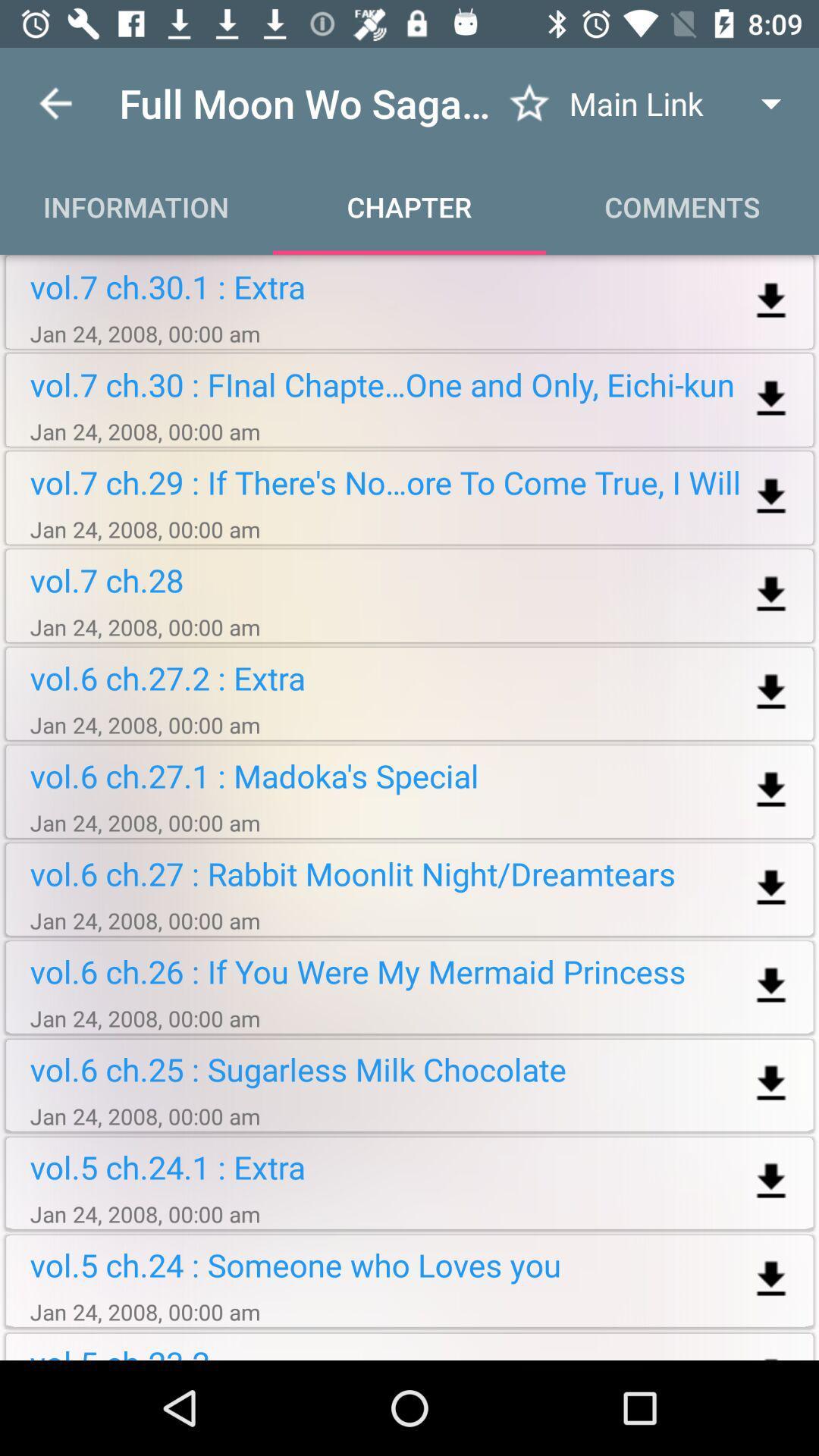 Image resolution: width=819 pixels, height=1456 pixels. I want to click on download selected, so click(771, 301).